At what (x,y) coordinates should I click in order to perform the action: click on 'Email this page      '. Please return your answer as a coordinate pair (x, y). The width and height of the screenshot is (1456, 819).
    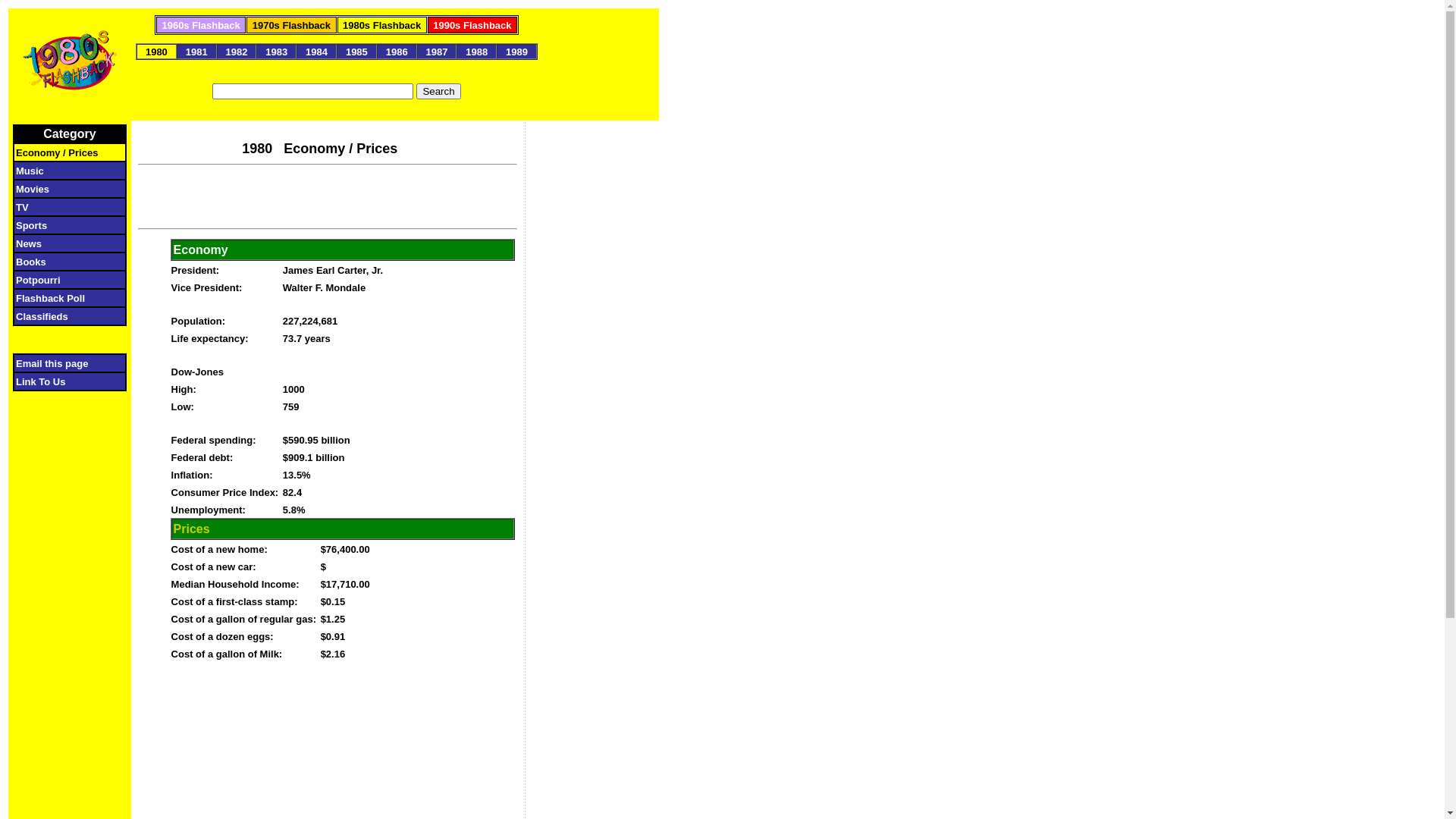
    Looking at the image, I should click on (60, 362).